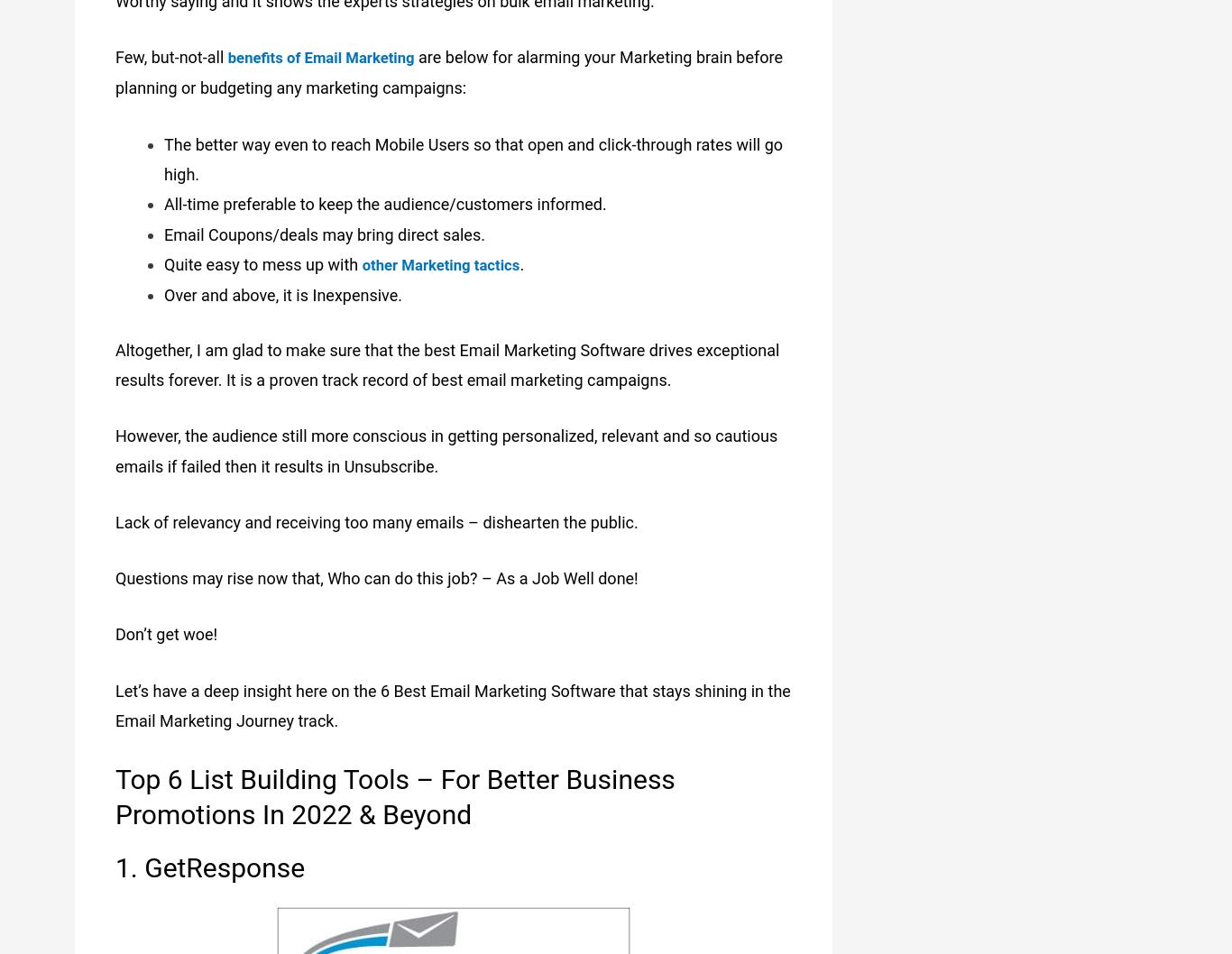 Image resolution: width=1232 pixels, height=954 pixels. What do you see at coordinates (114, 702) in the screenshot?
I see `'Let’s have a deep insight here on the 6 Best Email Marketing Software that stays shining in the Email Marketing Journey track.'` at bounding box center [114, 702].